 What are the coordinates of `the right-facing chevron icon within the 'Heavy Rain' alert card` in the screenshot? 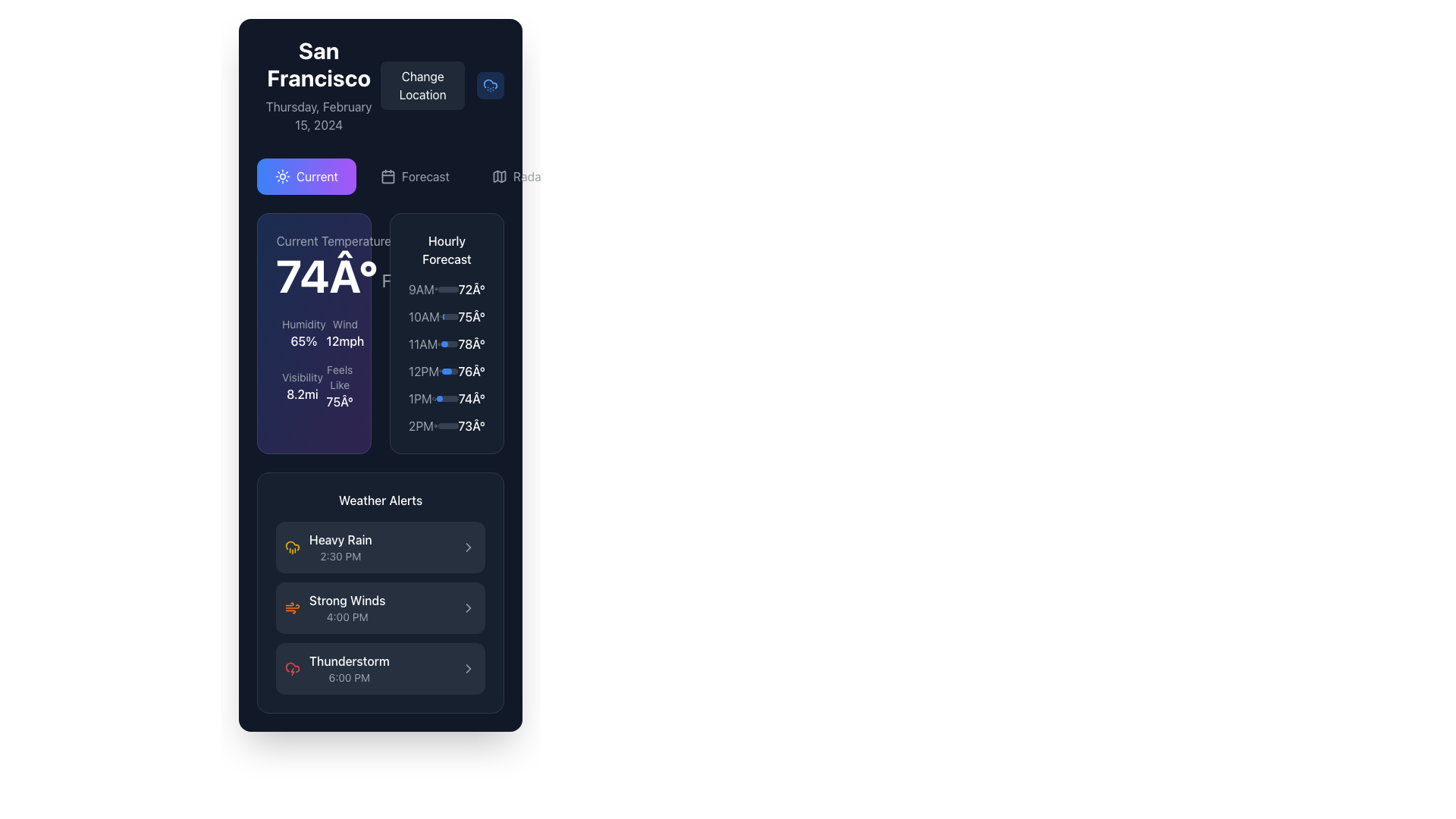 It's located at (468, 547).